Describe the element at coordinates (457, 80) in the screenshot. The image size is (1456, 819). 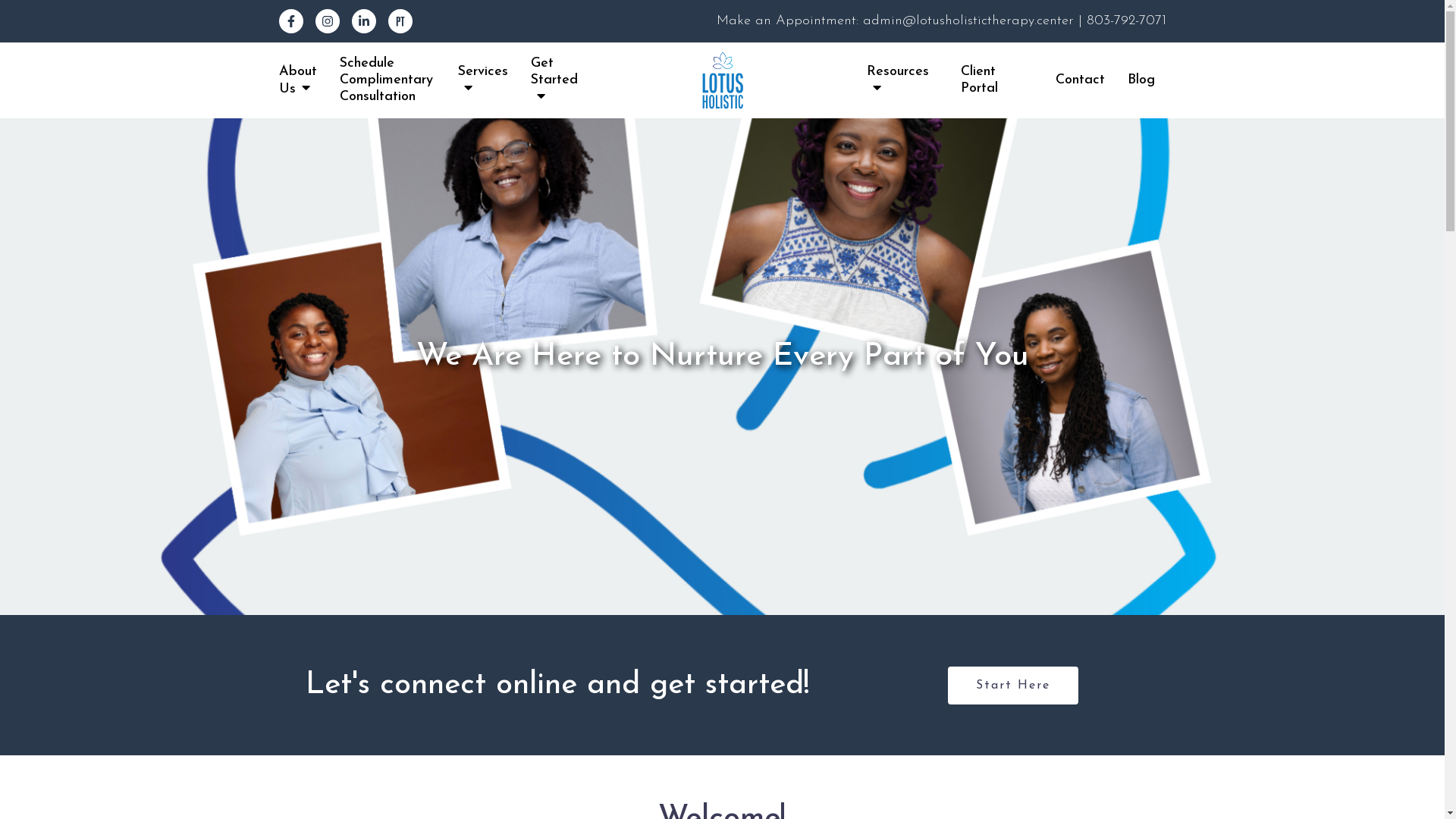
I see `'Services'` at that location.